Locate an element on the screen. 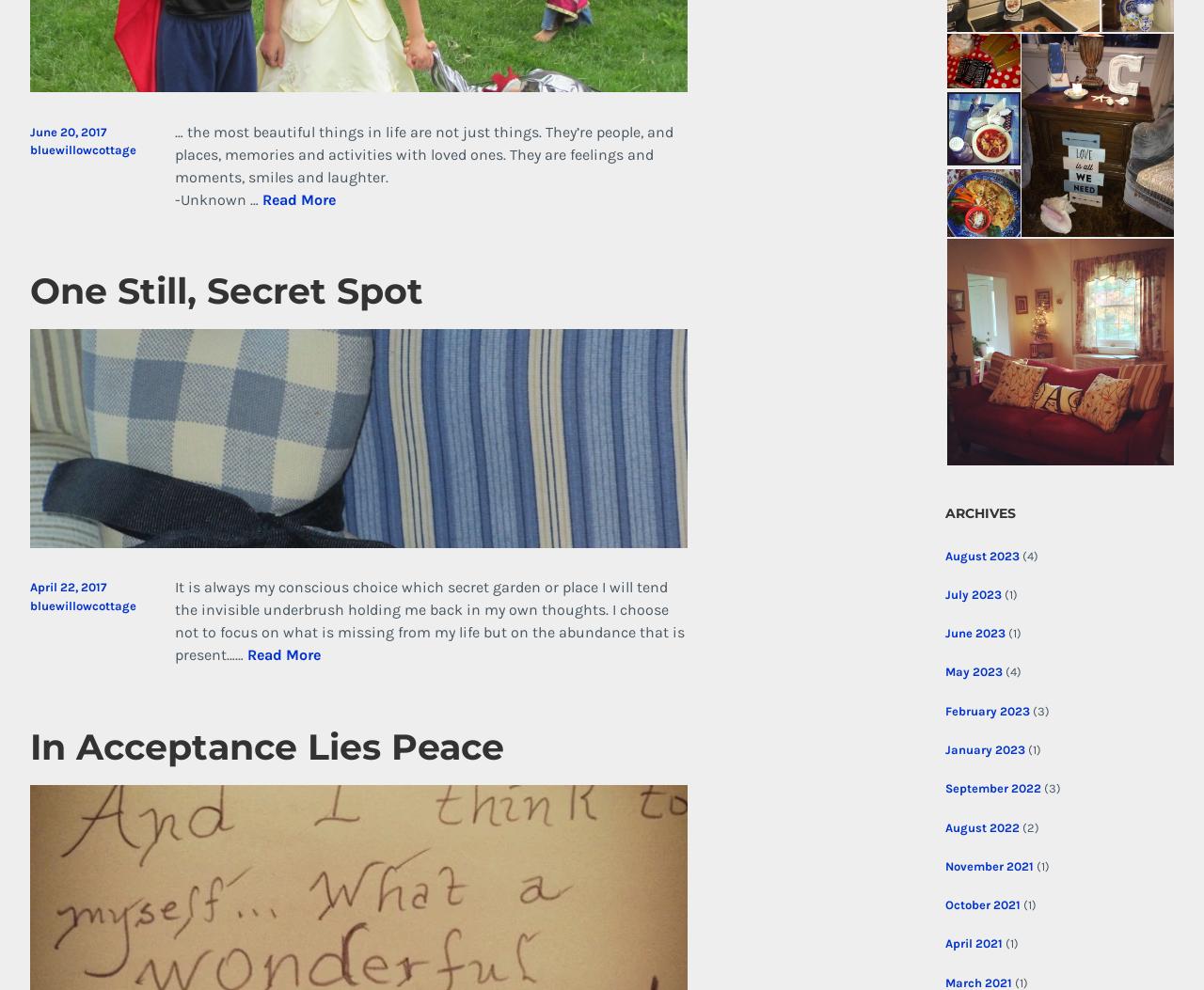  'August 2023' is located at coordinates (980, 555).